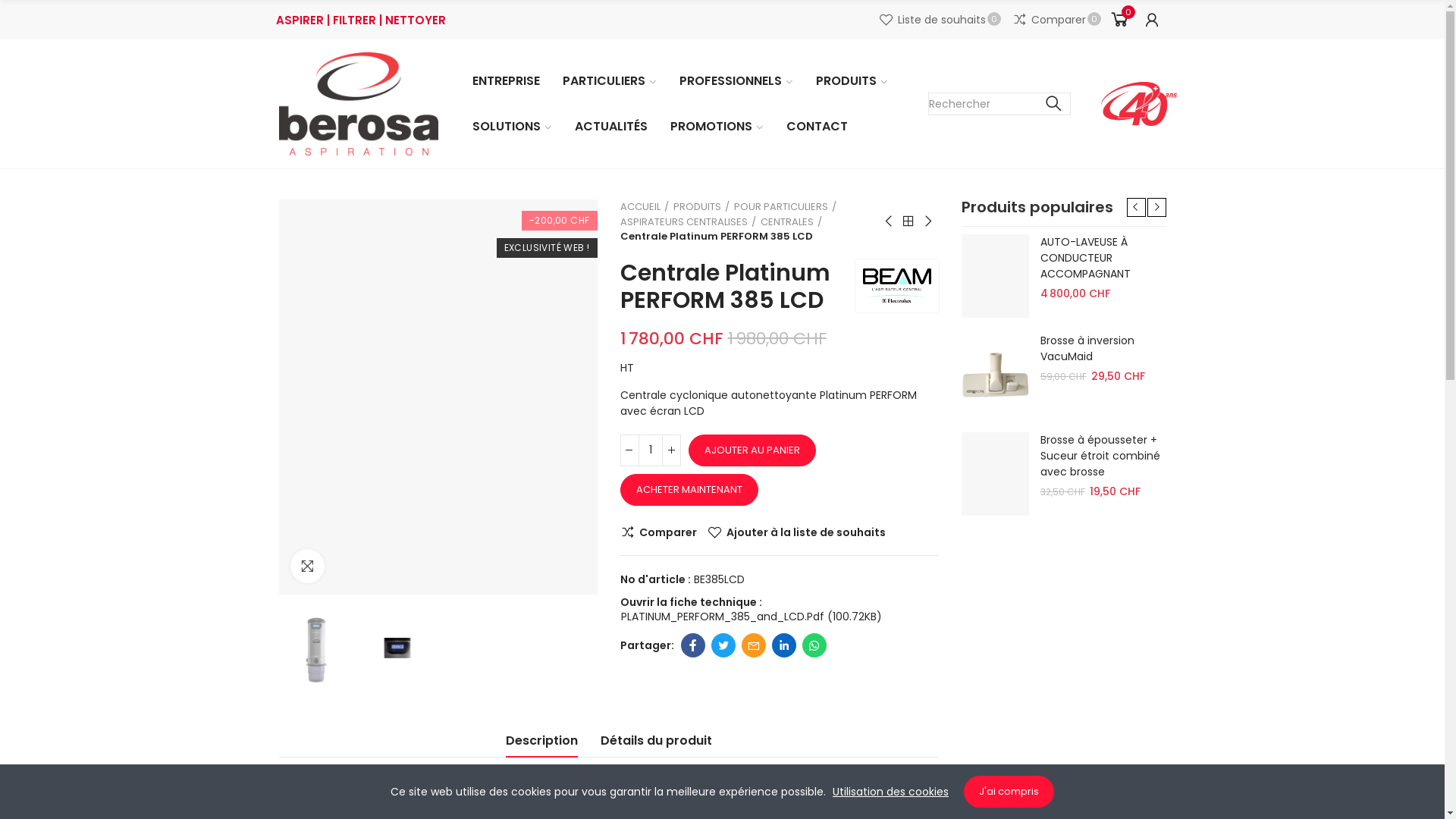  Describe the element at coordinates (692, 645) in the screenshot. I see `'Facebook'` at that location.